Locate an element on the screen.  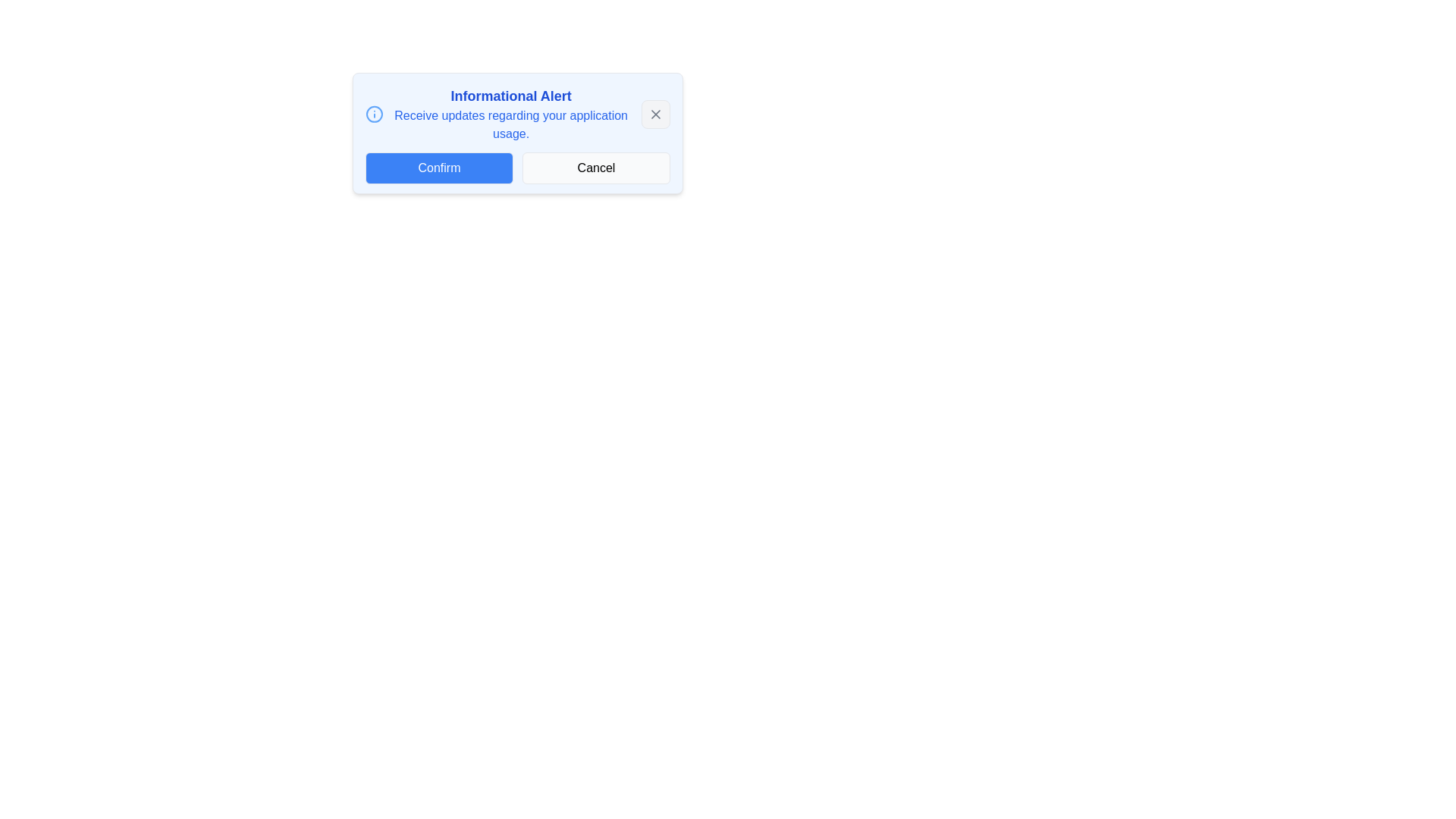
the text label stating 'Receive updates regarding your application usage.' which is located below the title 'Informational Alert' in the modal is located at coordinates (511, 124).